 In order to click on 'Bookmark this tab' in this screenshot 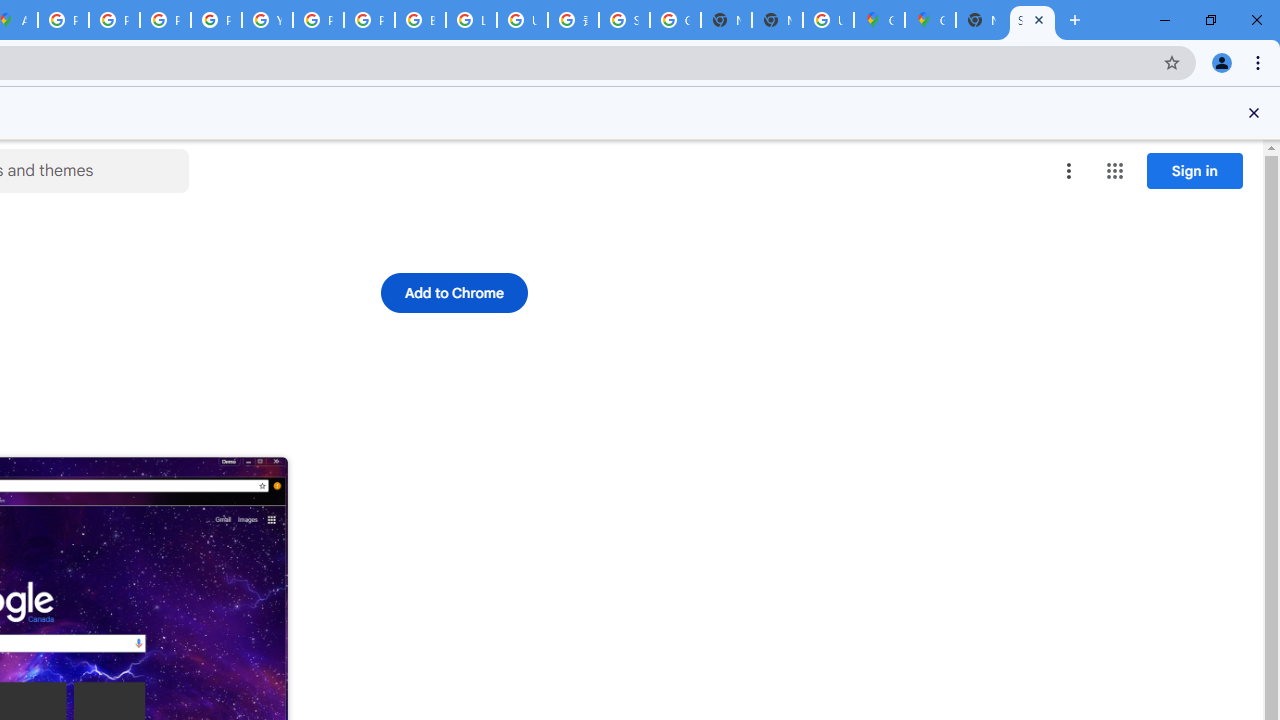, I will do `click(1171, 61)`.